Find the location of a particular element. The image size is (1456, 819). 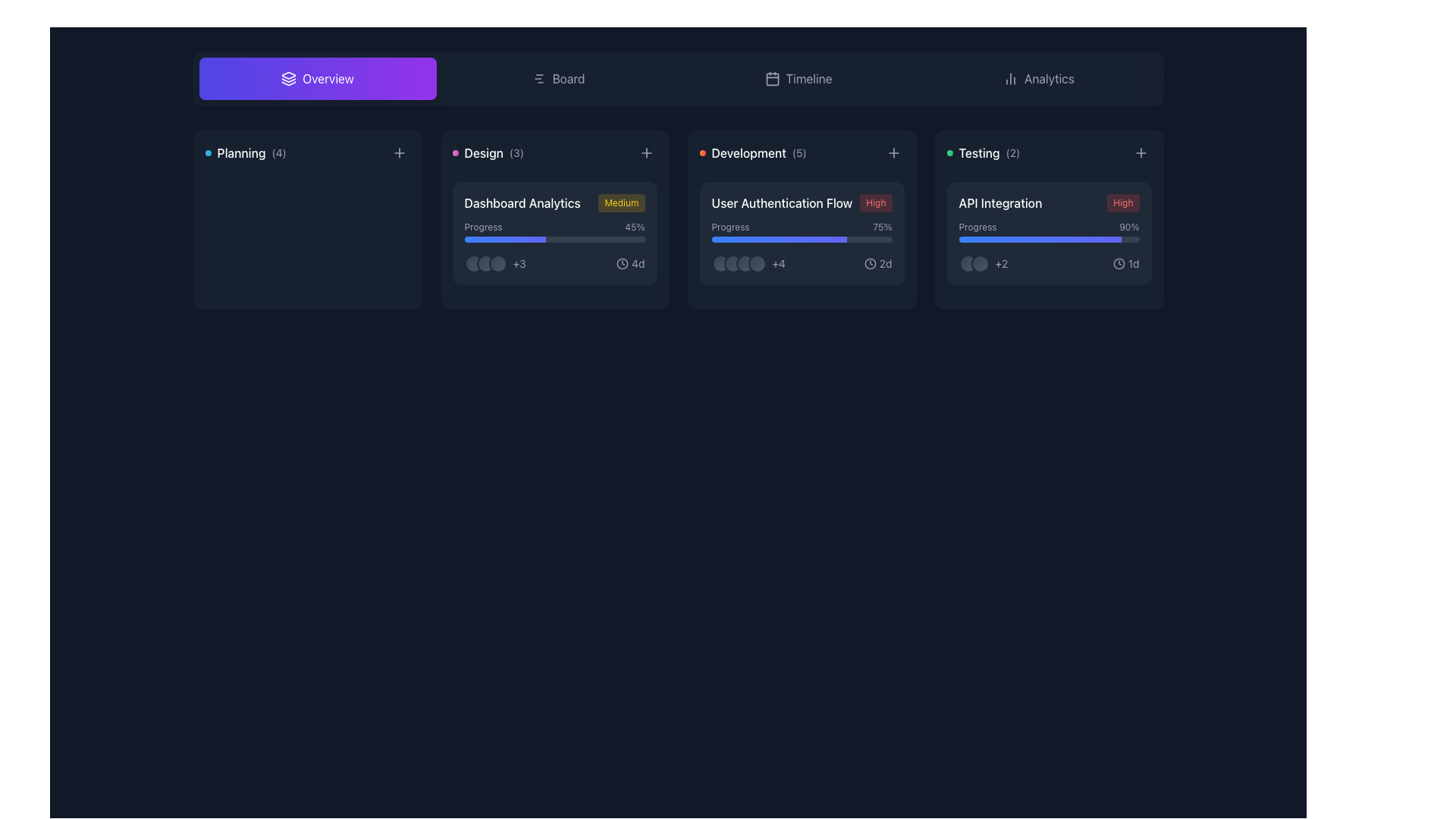

the Text label in the 'API Integration' card, which serves as an indicator or counter for additional items or users is located at coordinates (1001, 262).